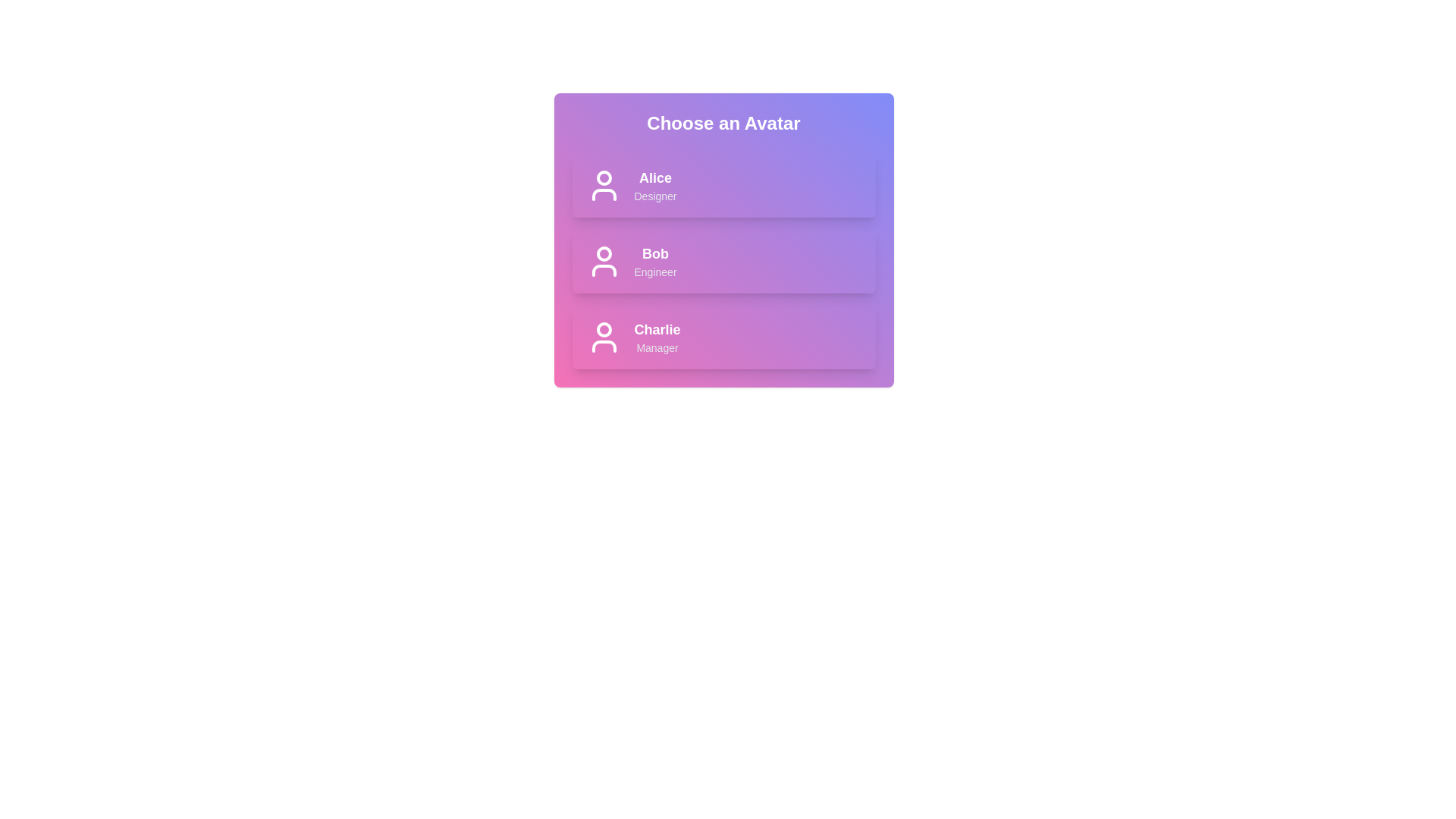 The height and width of the screenshot is (819, 1456). What do you see at coordinates (603, 253) in the screenshot?
I see `the decorative SVG circle element representing the user icon in the avatar selection interface for user 'Bob', positioned centrally within the head of the user icon` at bounding box center [603, 253].